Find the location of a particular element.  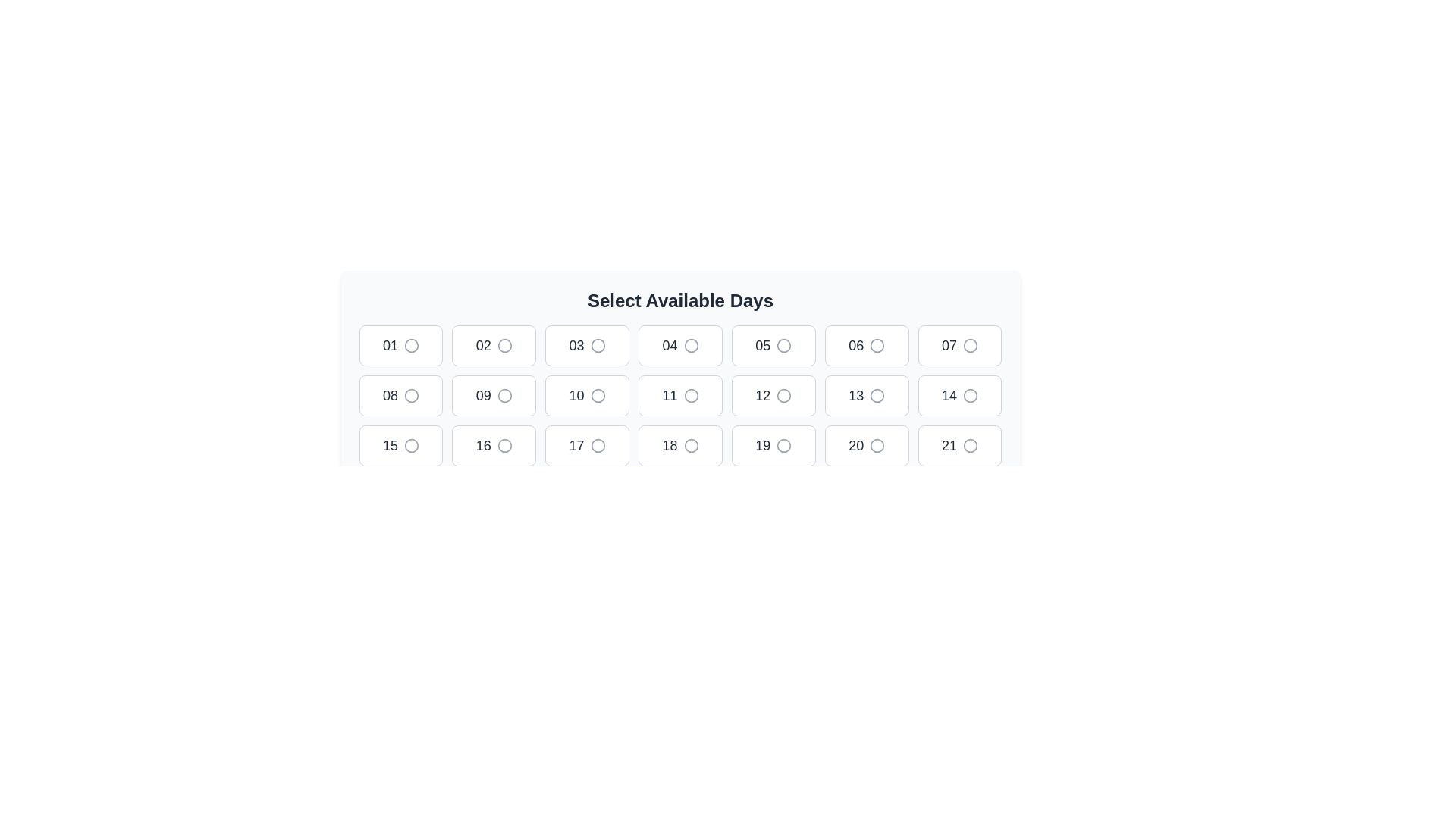

the Circle graphic element styled as an SVG located in the first column of the first row of the grid by clicking on it is located at coordinates (411, 345).